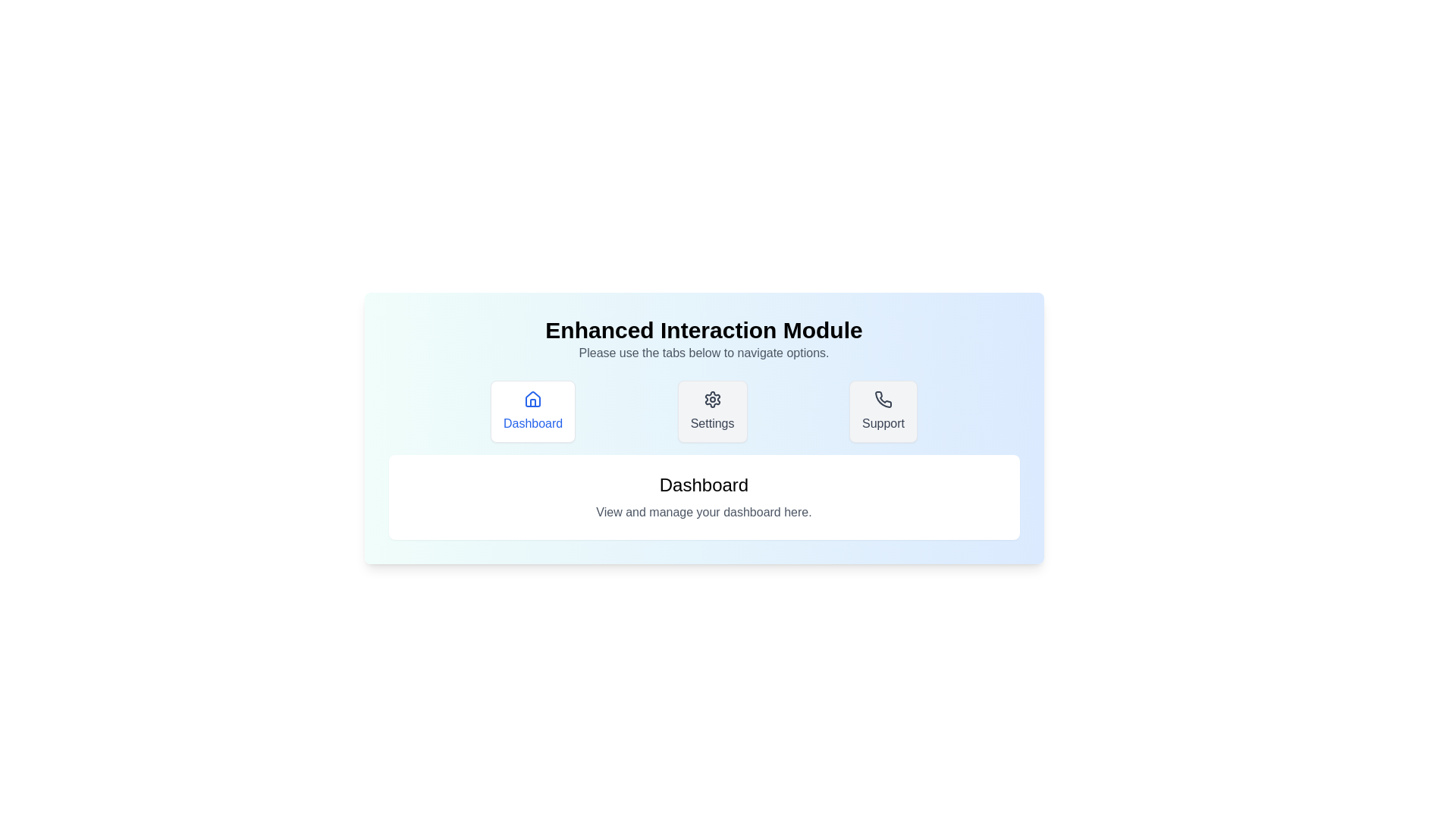 This screenshot has height=819, width=1456. Describe the element at coordinates (883, 412) in the screenshot. I see `the tab with label Support to observe its icon and visual effect` at that location.